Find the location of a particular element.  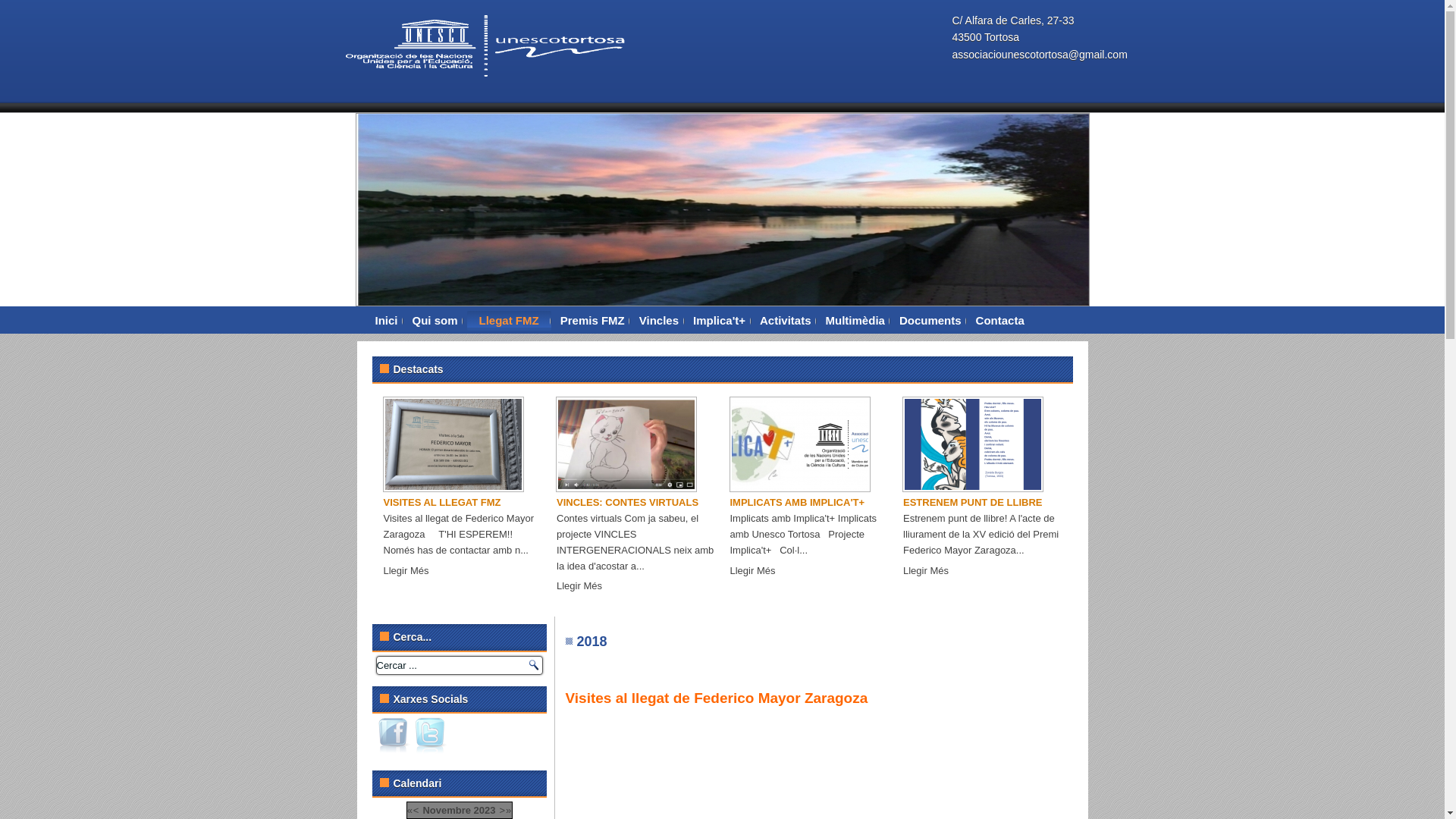

'Premis FMZ' is located at coordinates (591, 320).